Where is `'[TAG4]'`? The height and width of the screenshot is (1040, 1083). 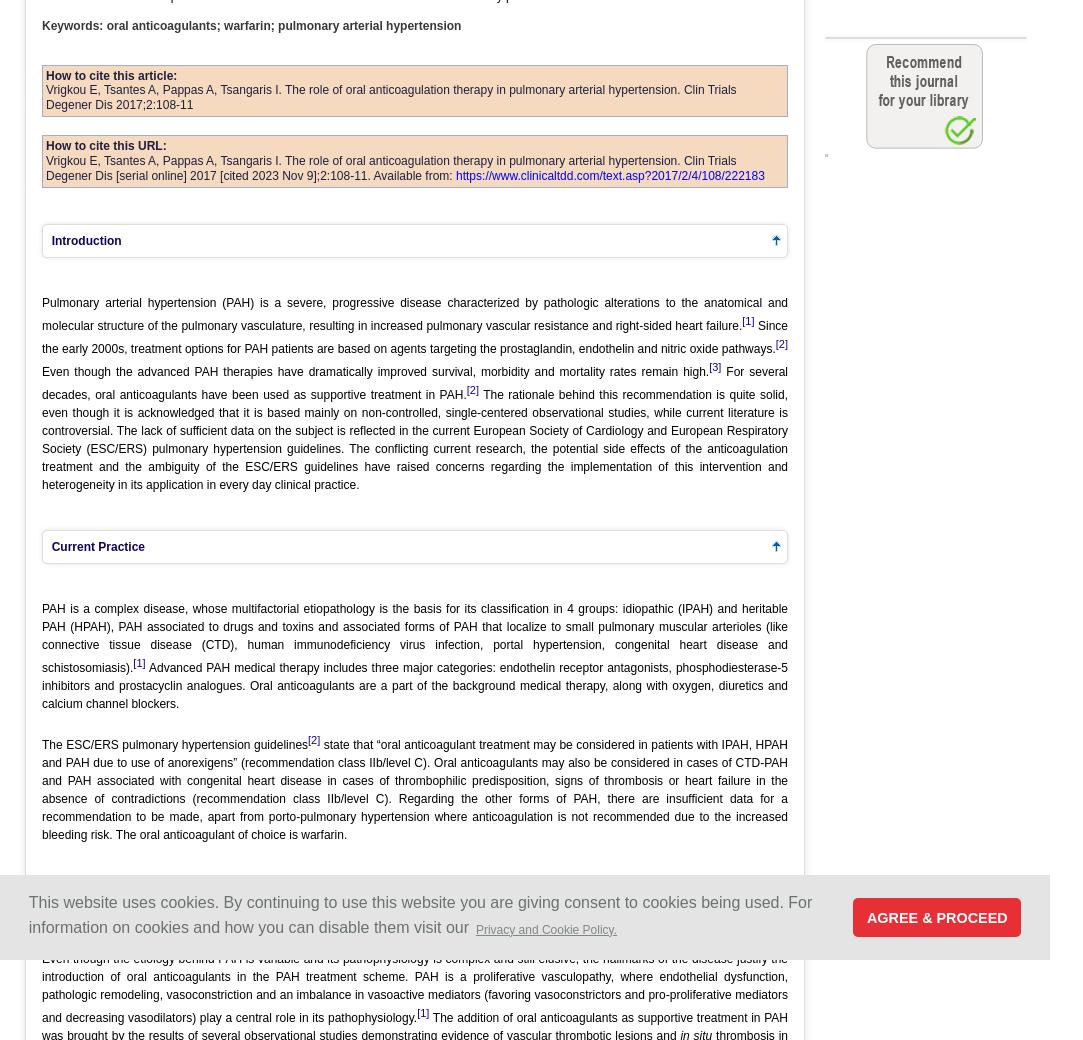
'[TAG4]' is located at coordinates (825, 156).